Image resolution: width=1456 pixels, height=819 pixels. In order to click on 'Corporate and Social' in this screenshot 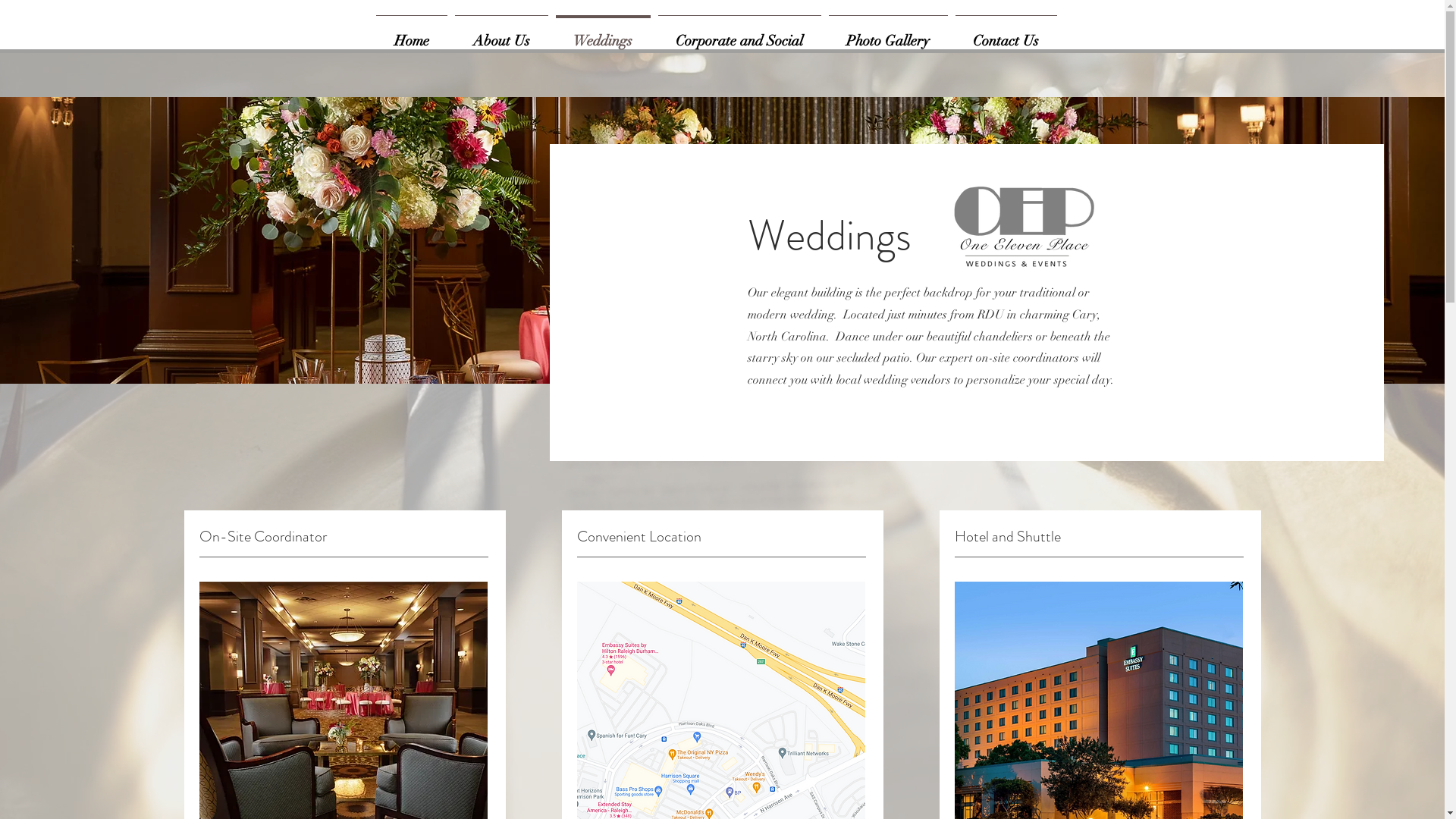, I will do `click(739, 34)`.